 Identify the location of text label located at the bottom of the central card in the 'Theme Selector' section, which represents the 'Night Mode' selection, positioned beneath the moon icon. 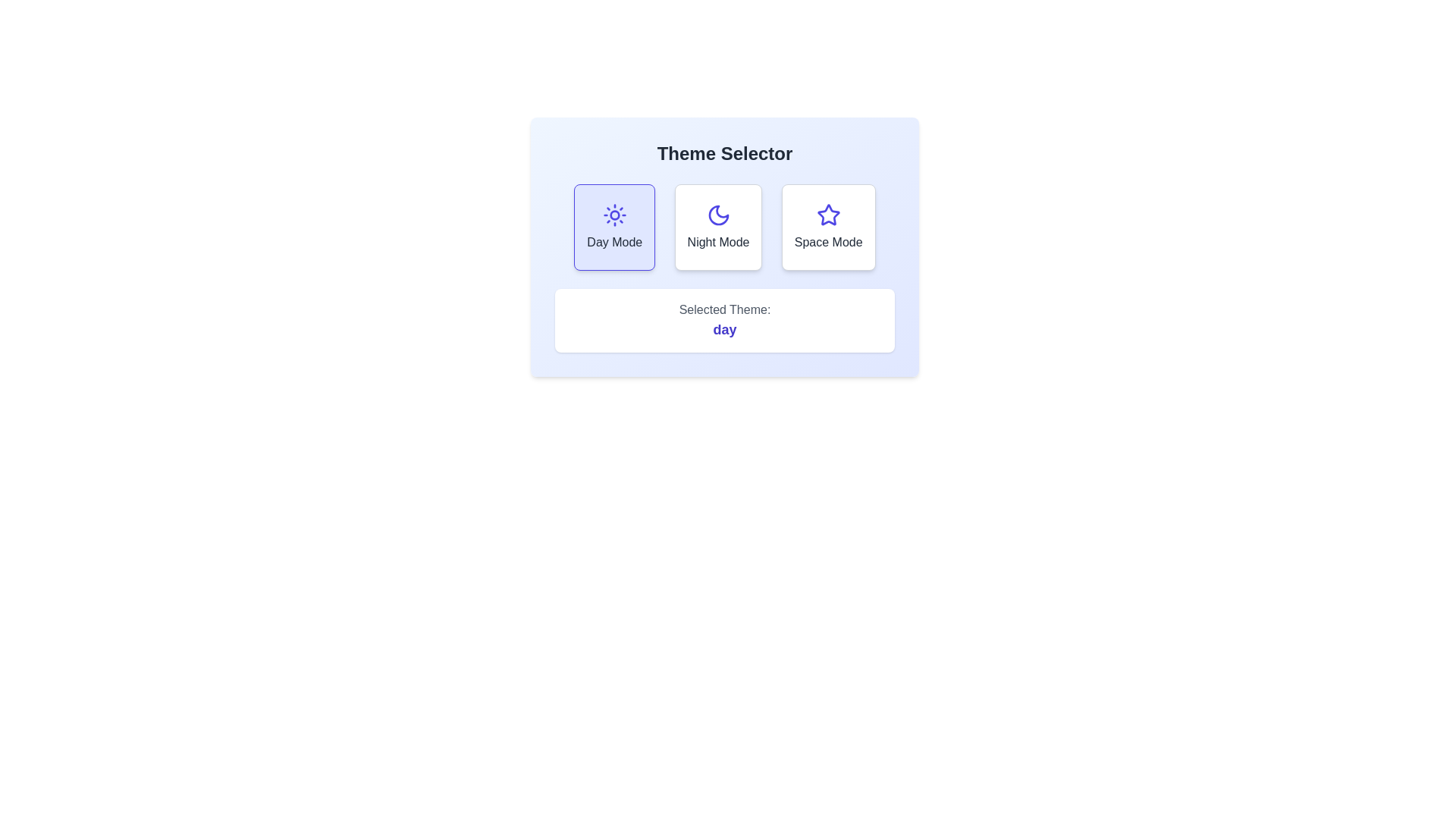
(717, 242).